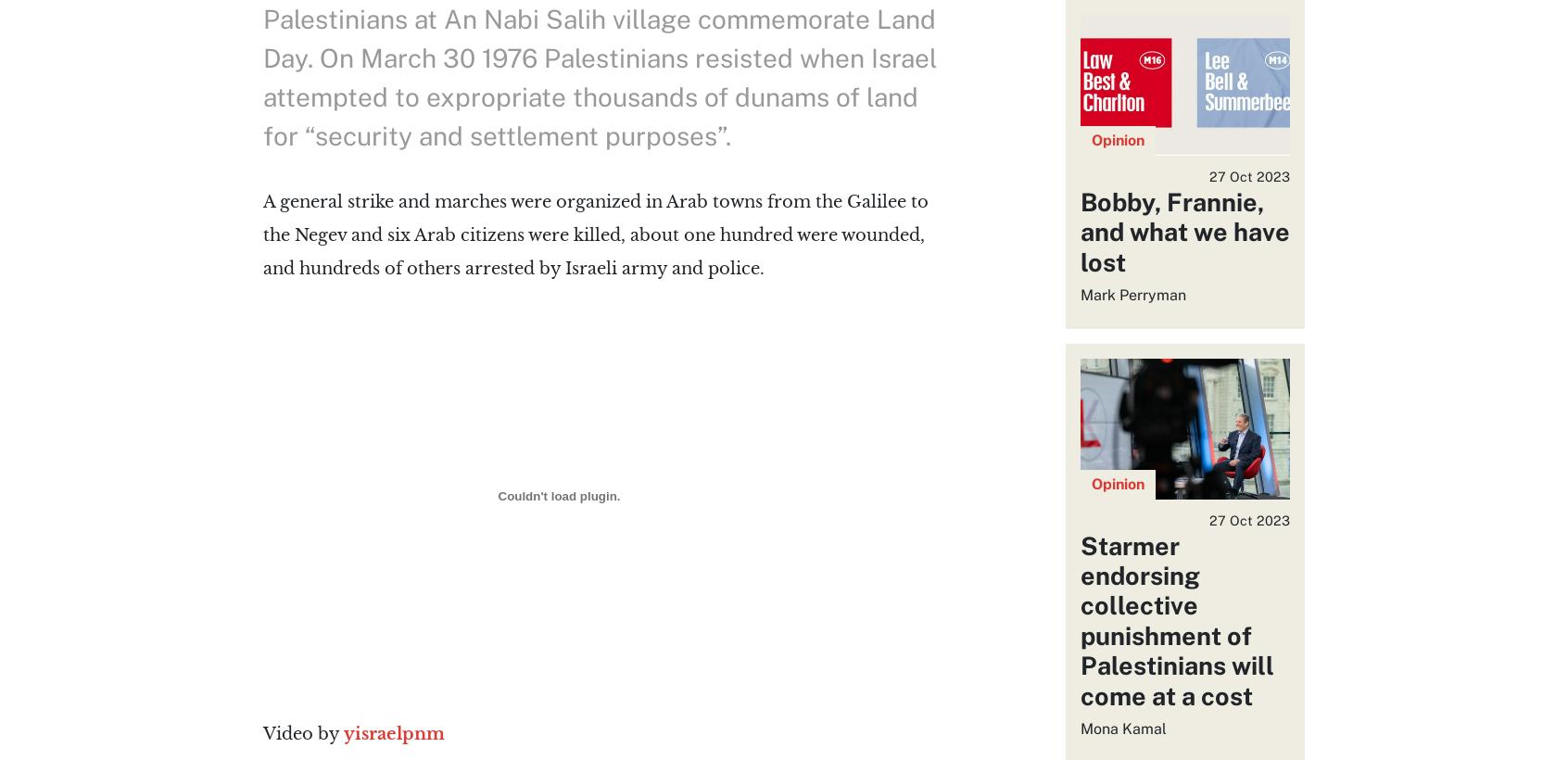 Image resolution: width=1568 pixels, height=760 pixels. Describe the element at coordinates (1182, 230) in the screenshot. I see `'Bobby, Frannie, and what we have lost'` at that location.